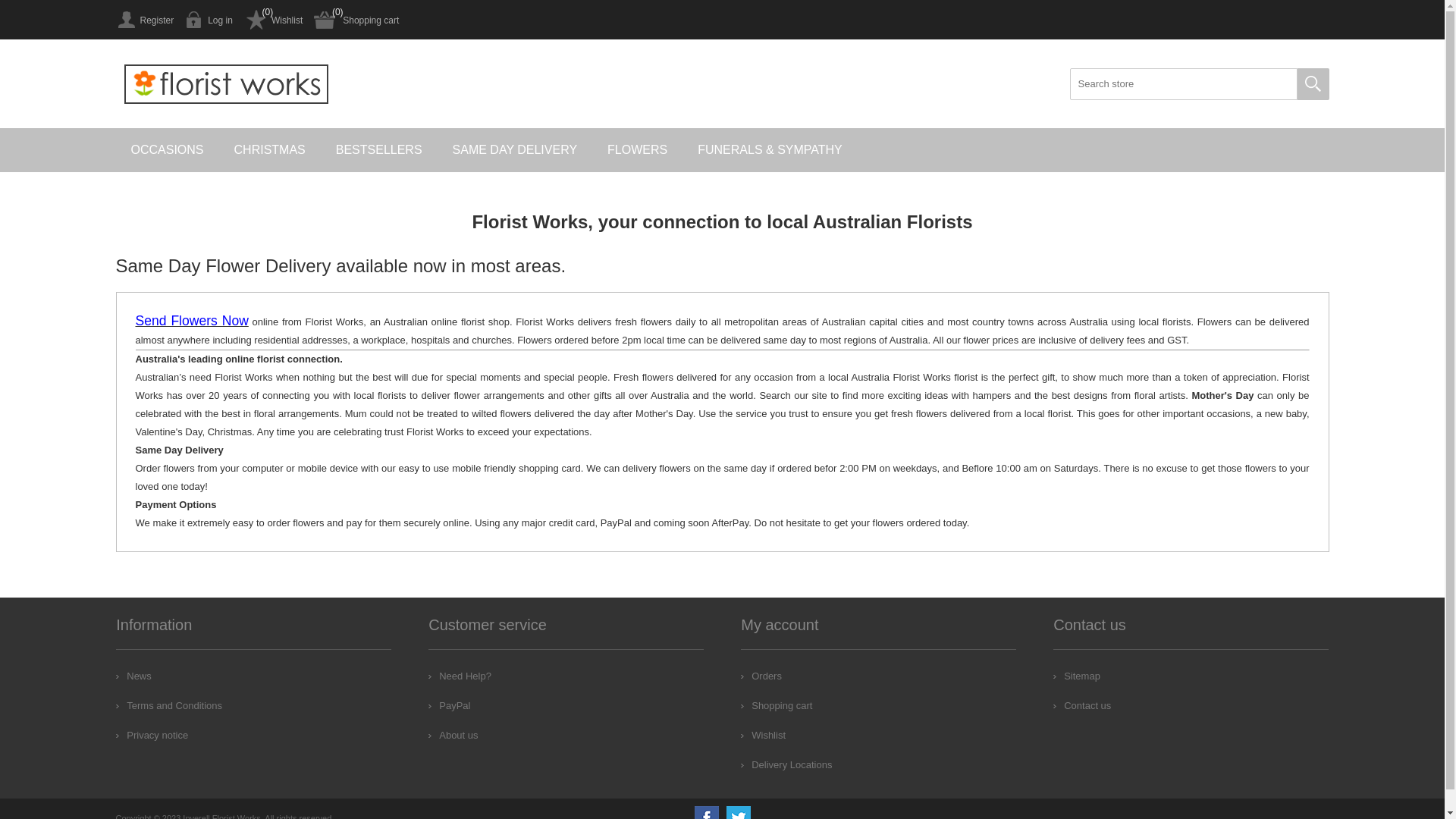  Describe the element at coordinates (218, 149) in the screenshot. I see `'CHRISTMAS'` at that location.